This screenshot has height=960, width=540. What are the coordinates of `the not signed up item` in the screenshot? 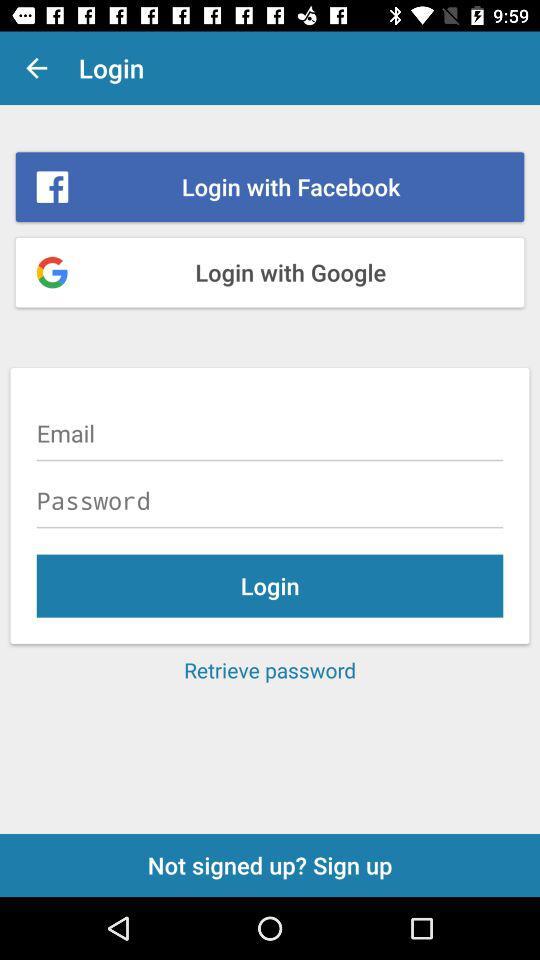 It's located at (270, 864).